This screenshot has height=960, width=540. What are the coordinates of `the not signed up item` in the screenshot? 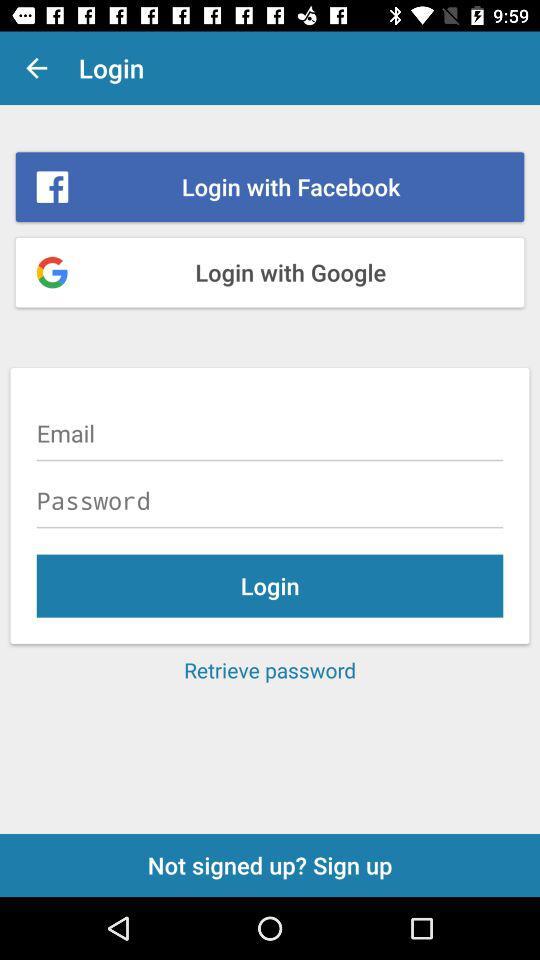 It's located at (270, 864).